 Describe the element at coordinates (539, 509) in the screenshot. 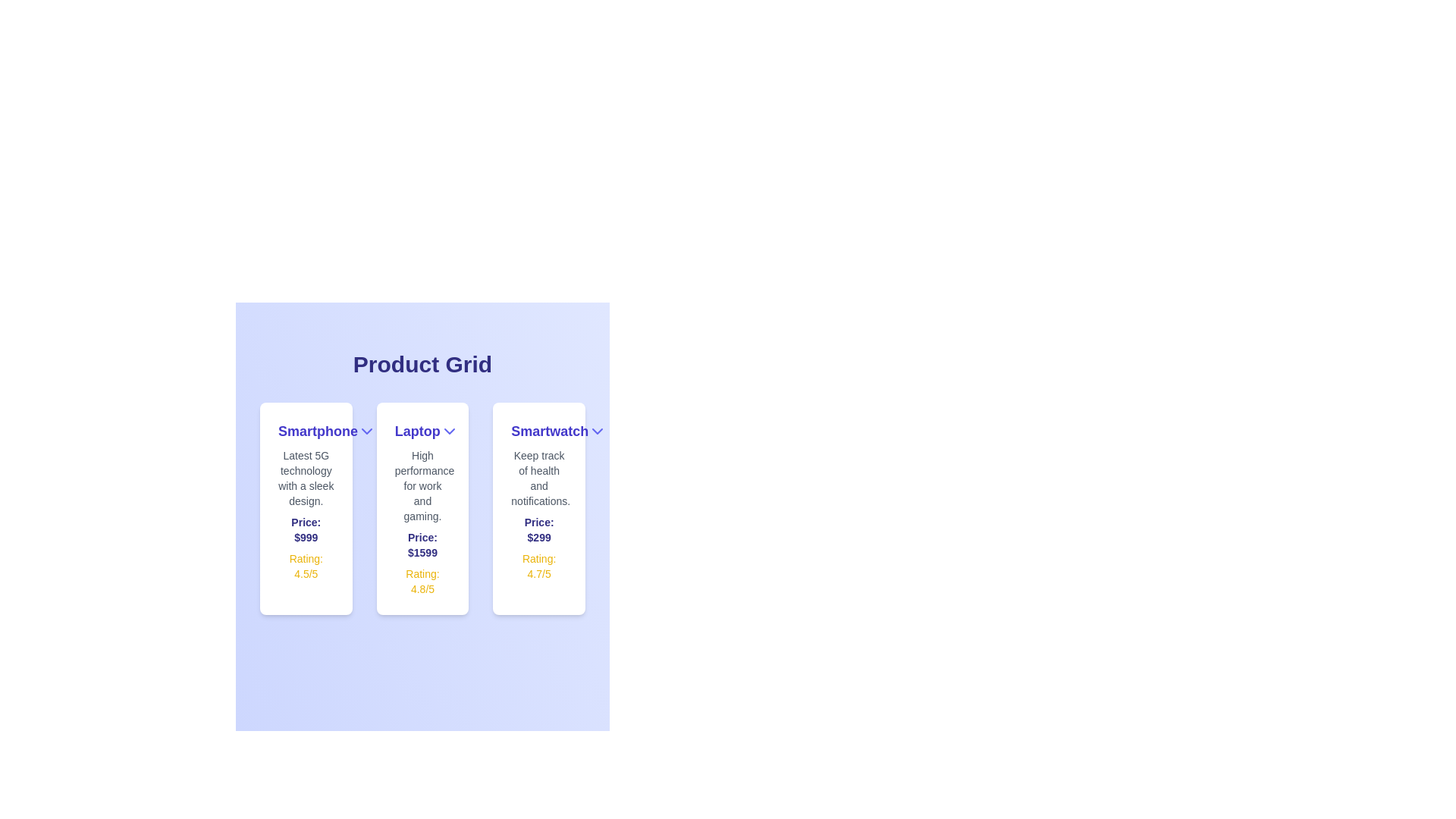

I see `the product card featuring the Smartwatch, which has a white background, rounded corners, and displays the title 'Smartwatch' in bold indigo text, located in the rightmost position of the grid layout` at that location.